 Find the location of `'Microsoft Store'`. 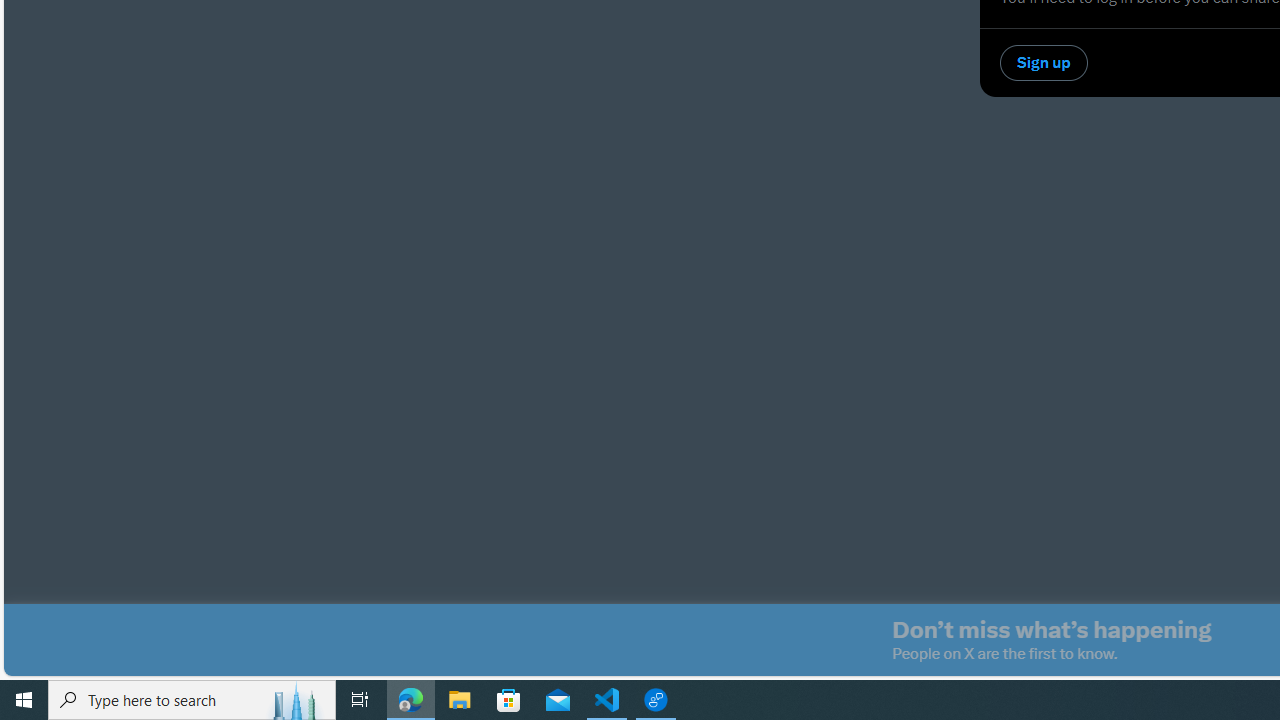

'Microsoft Store' is located at coordinates (509, 698).